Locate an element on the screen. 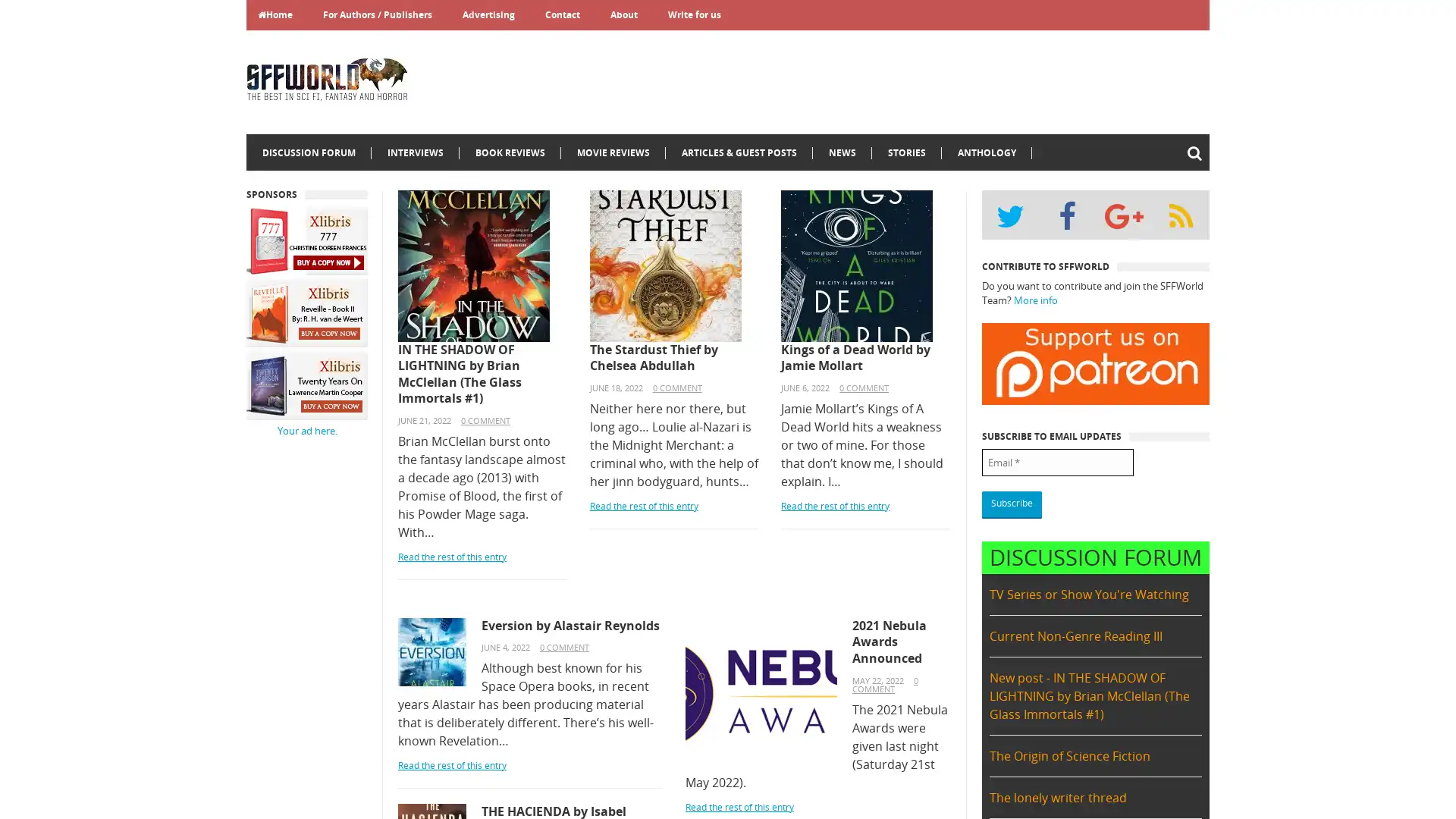 The height and width of the screenshot is (819, 1456). Subscribe is located at coordinates (1012, 504).